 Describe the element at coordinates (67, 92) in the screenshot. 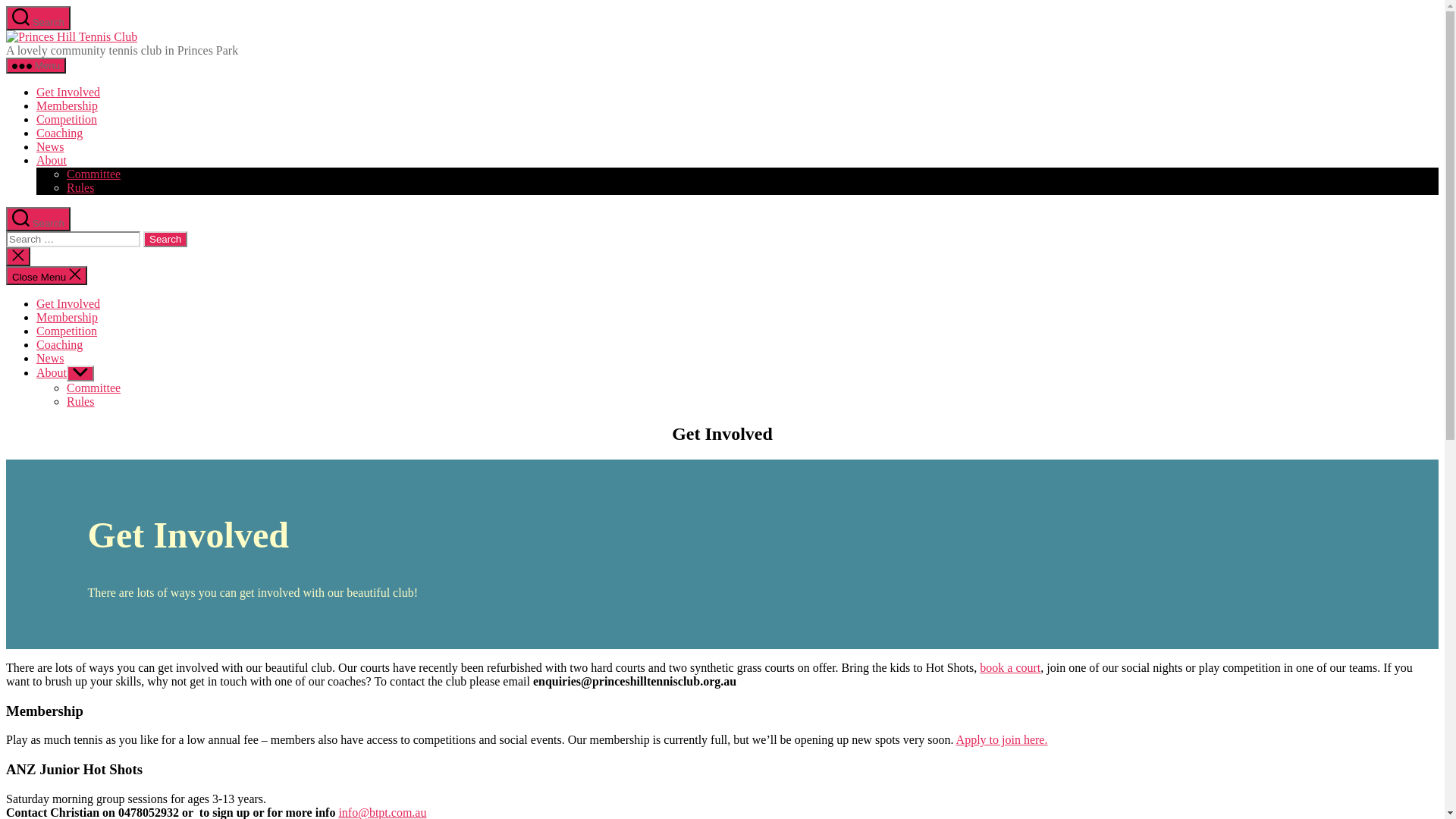

I see `'Get Involved'` at that location.